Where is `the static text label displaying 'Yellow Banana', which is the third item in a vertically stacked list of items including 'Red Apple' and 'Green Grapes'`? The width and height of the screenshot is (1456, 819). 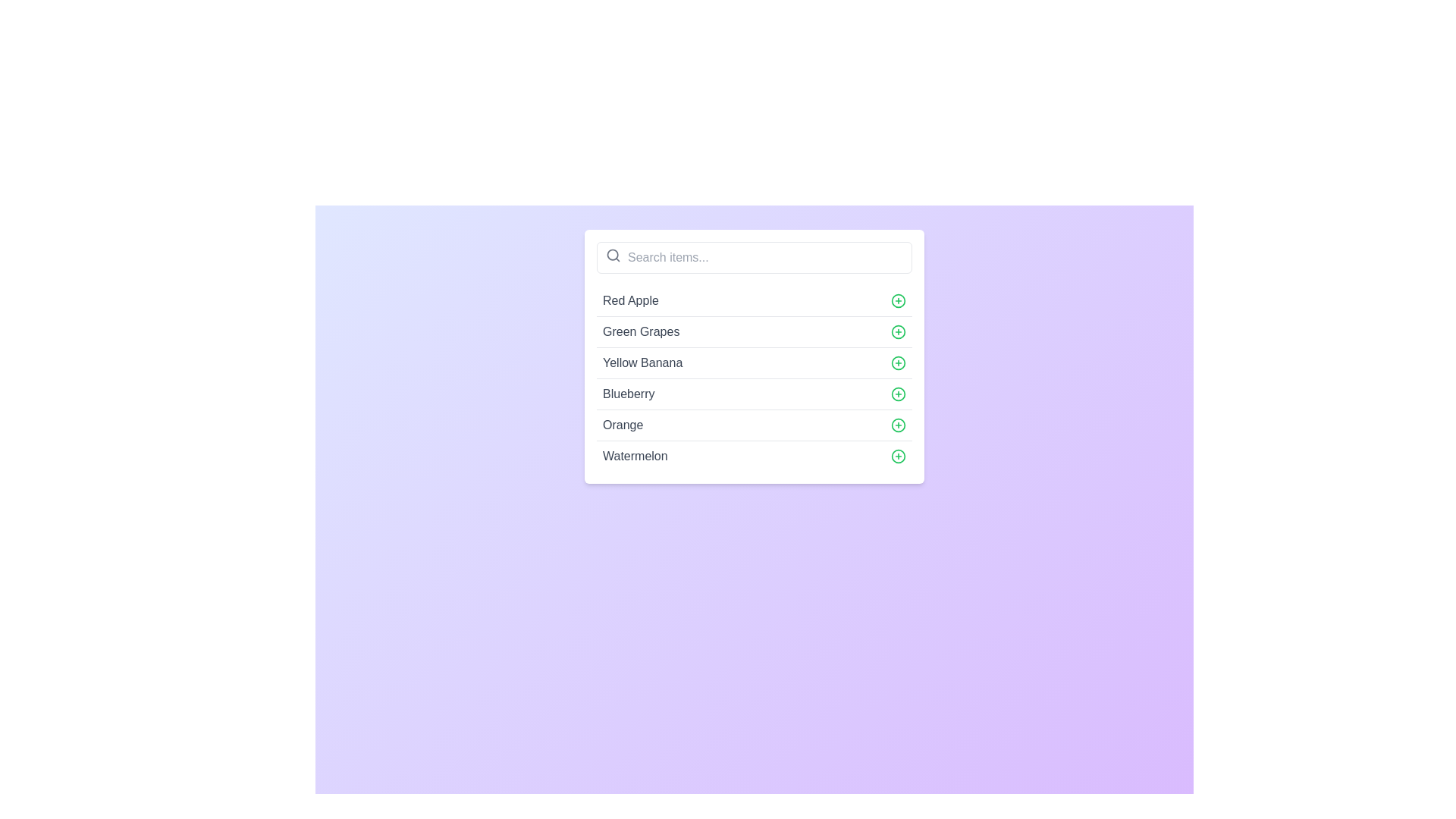 the static text label displaying 'Yellow Banana', which is the third item in a vertically stacked list of items including 'Red Apple' and 'Green Grapes' is located at coordinates (642, 362).